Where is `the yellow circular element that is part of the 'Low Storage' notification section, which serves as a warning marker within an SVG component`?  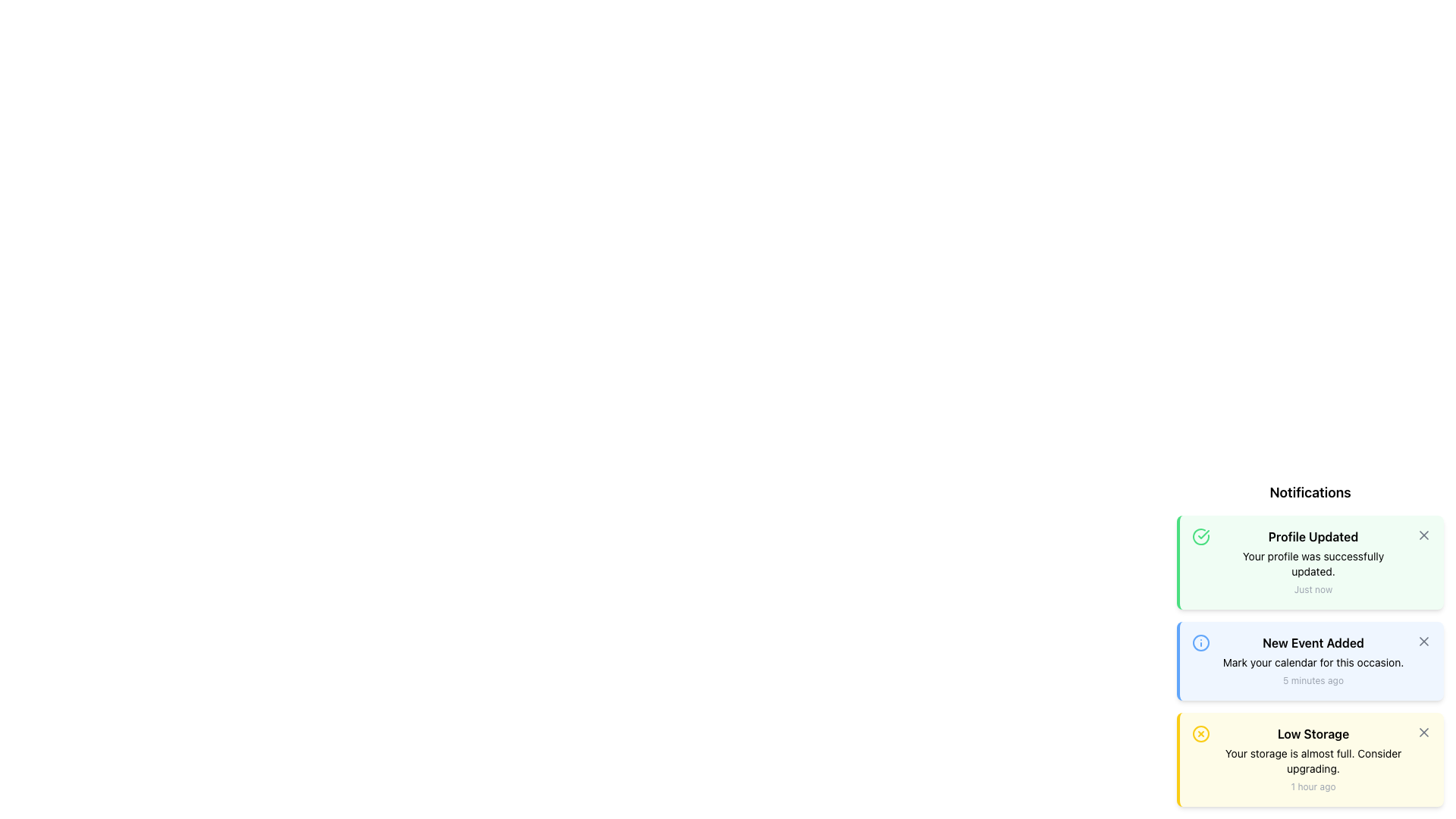
the yellow circular element that is part of the 'Low Storage' notification section, which serves as a warning marker within an SVG component is located at coordinates (1200, 733).